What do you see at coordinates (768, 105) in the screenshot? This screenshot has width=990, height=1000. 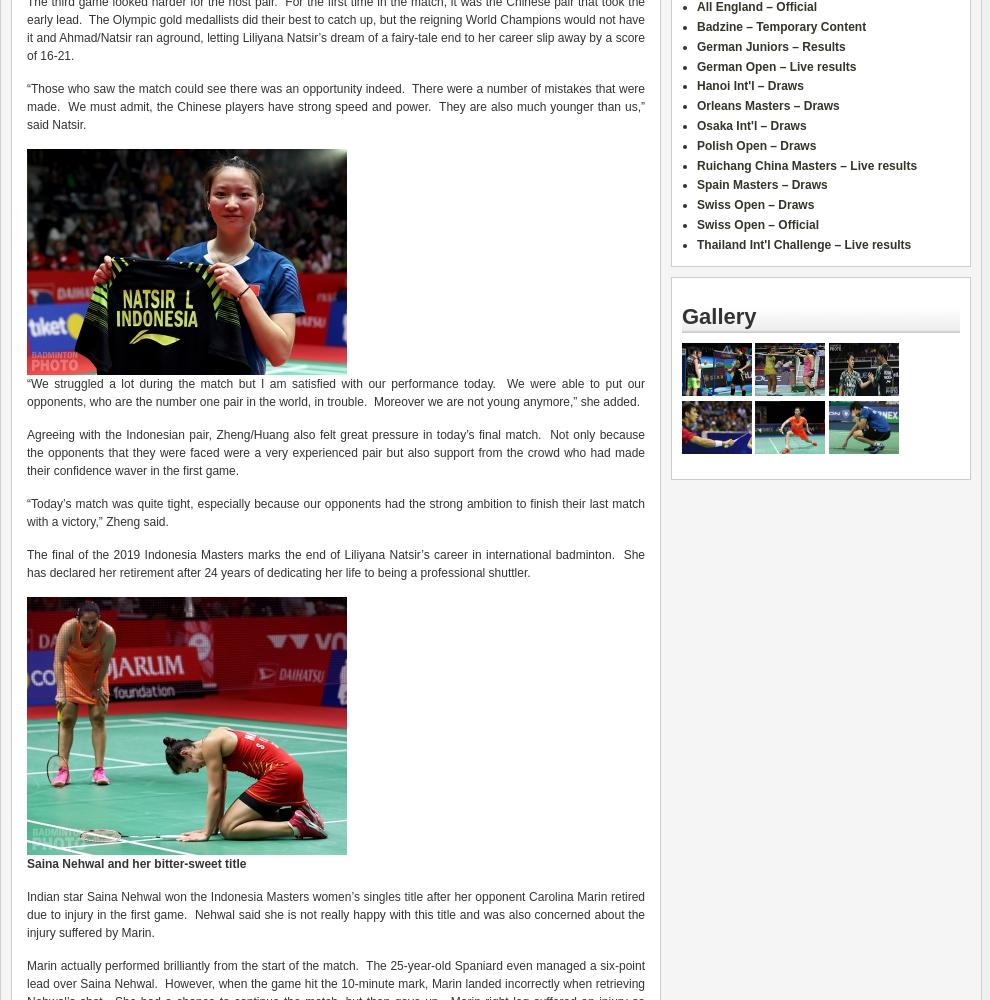 I see `'Orleans Masters – Draws'` at bounding box center [768, 105].